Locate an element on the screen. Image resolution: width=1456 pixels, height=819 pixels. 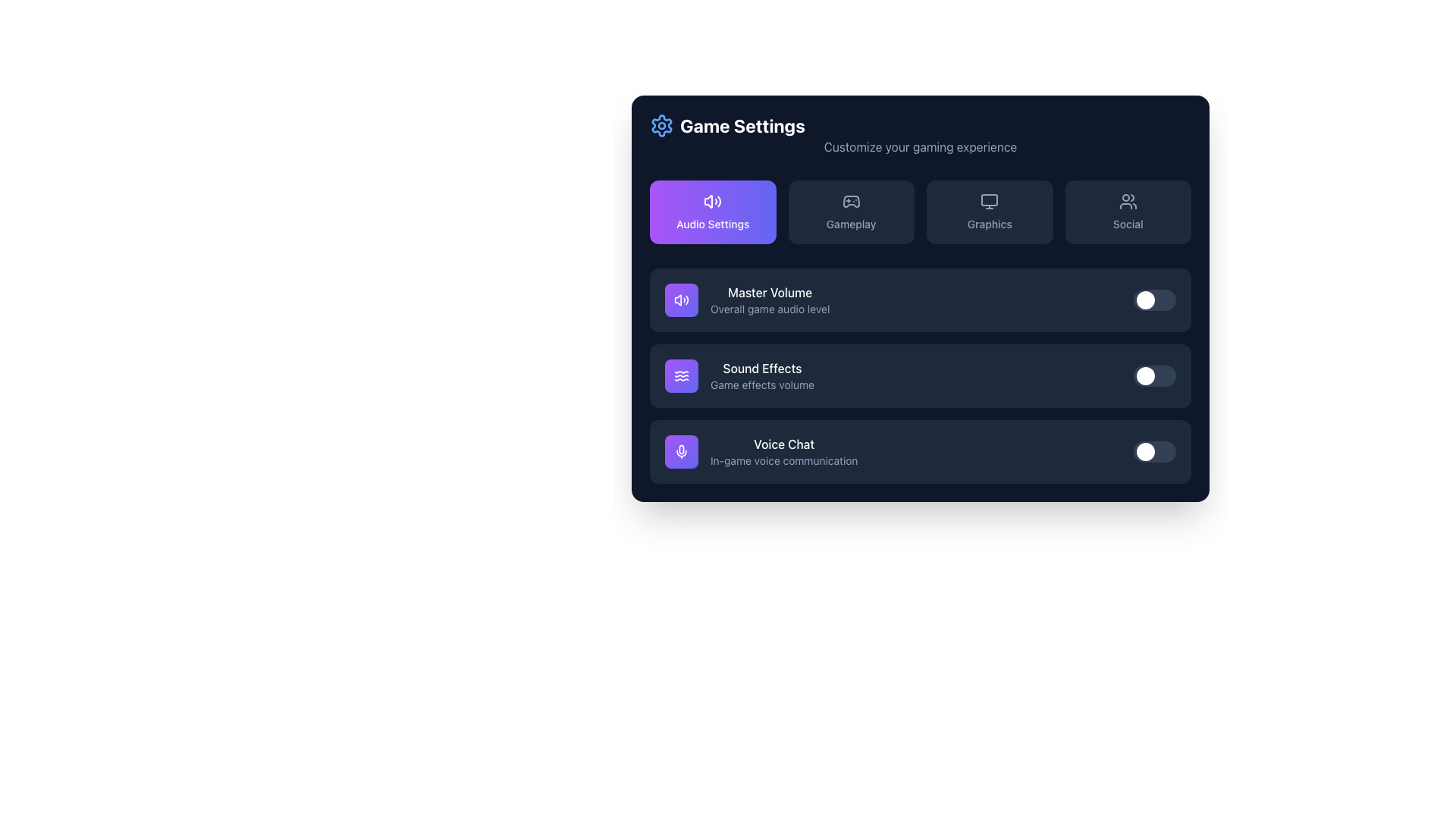
the 'Master Volume' label with icon that features a bold white font header and a purple circular icon with a white speaker symbol, located in the audio settings menu is located at coordinates (747, 300).